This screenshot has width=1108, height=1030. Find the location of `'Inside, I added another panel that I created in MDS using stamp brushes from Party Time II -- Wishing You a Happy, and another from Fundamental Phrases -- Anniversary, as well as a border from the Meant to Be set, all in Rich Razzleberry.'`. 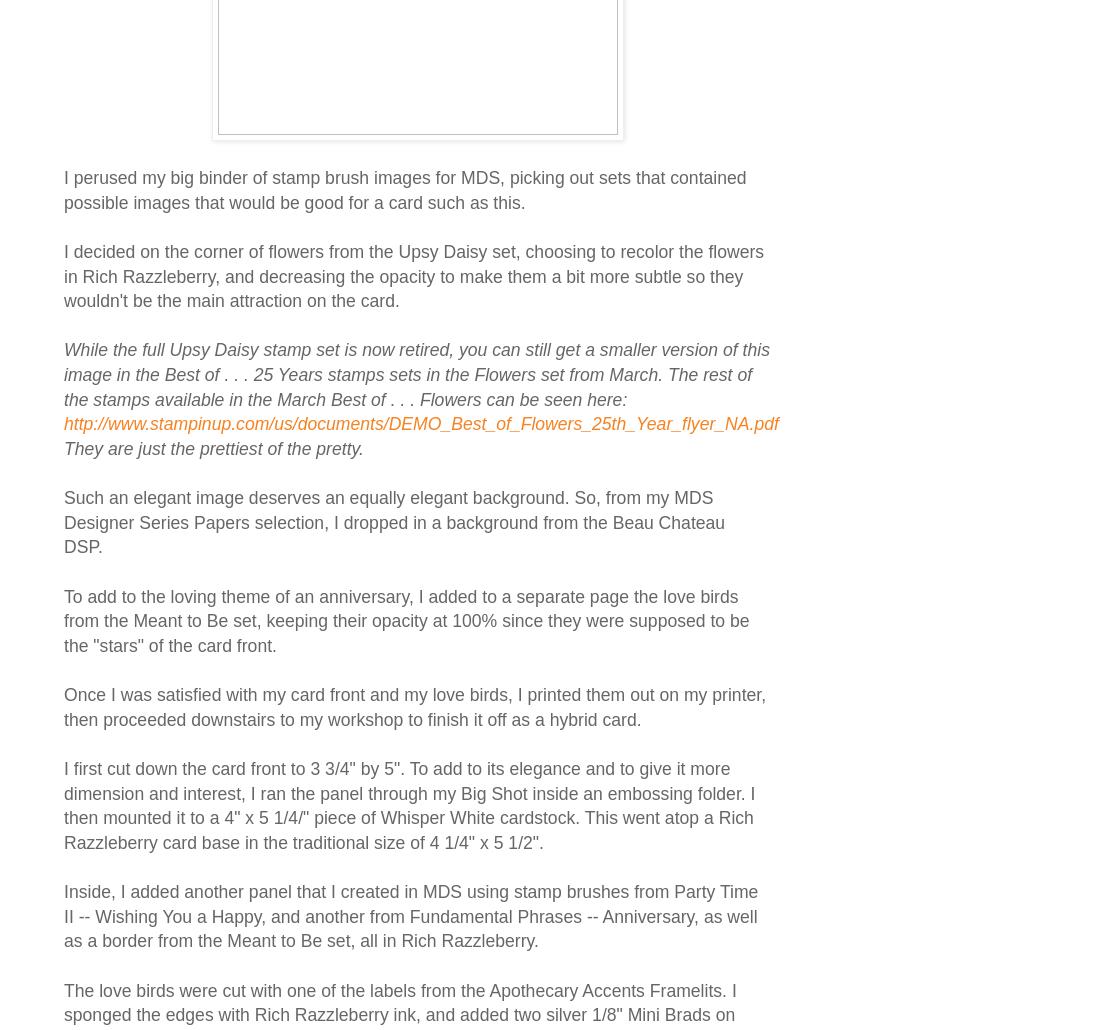

'Inside, I added another panel that I created in MDS using stamp brushes from Party Time II -- Wishing You a Happy, and another from Fundamental Phrases -- Anniversary, as well as a border from the Meant to Be set, all in Rich Razzleberry.' is located at coordinates (410, 916).